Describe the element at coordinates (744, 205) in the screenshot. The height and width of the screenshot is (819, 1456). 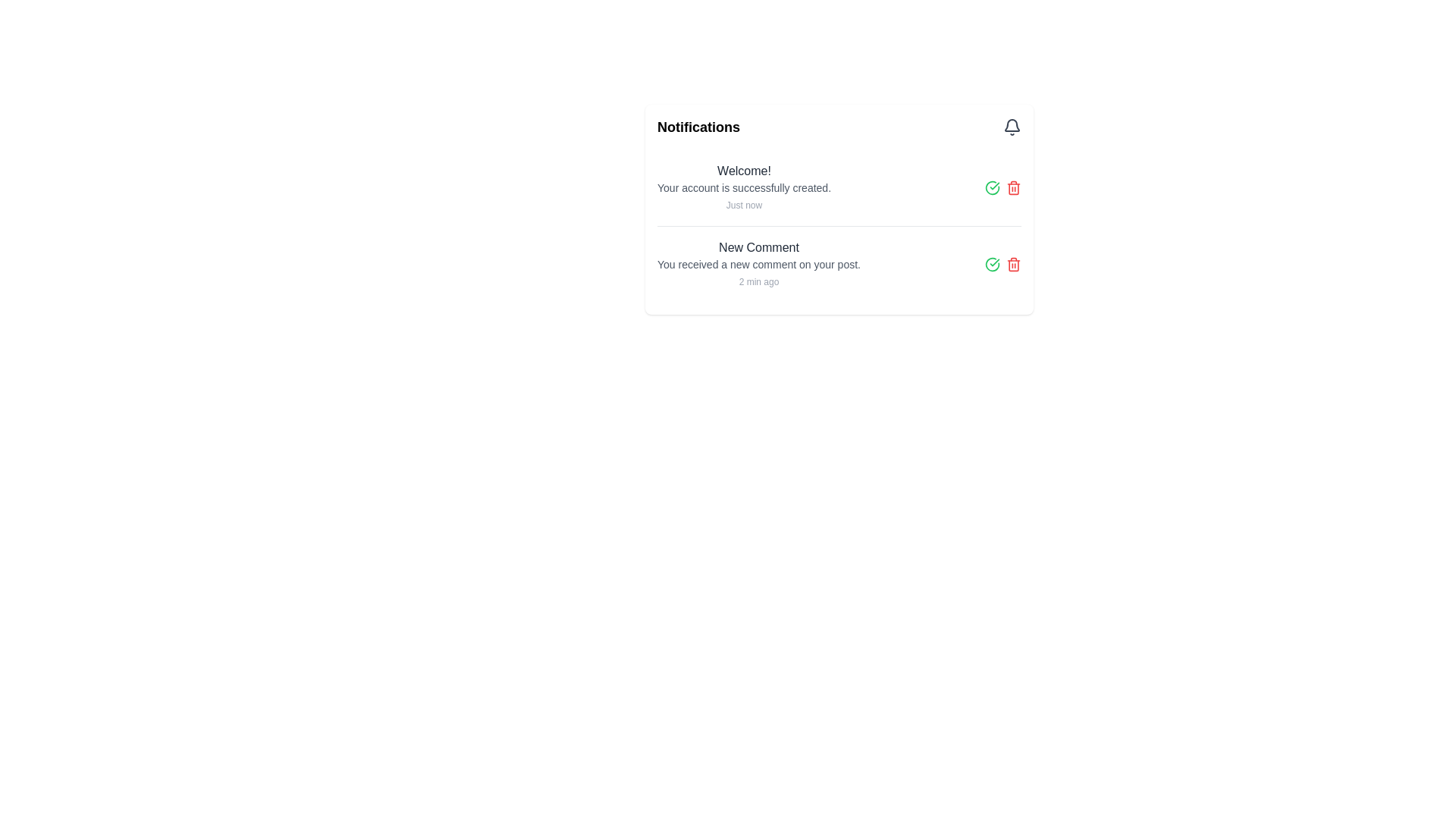
I see `time information displayed in the small text label 'Just now' located in the notification panel beneath the text 'Your account is successfully created.'` at that location.